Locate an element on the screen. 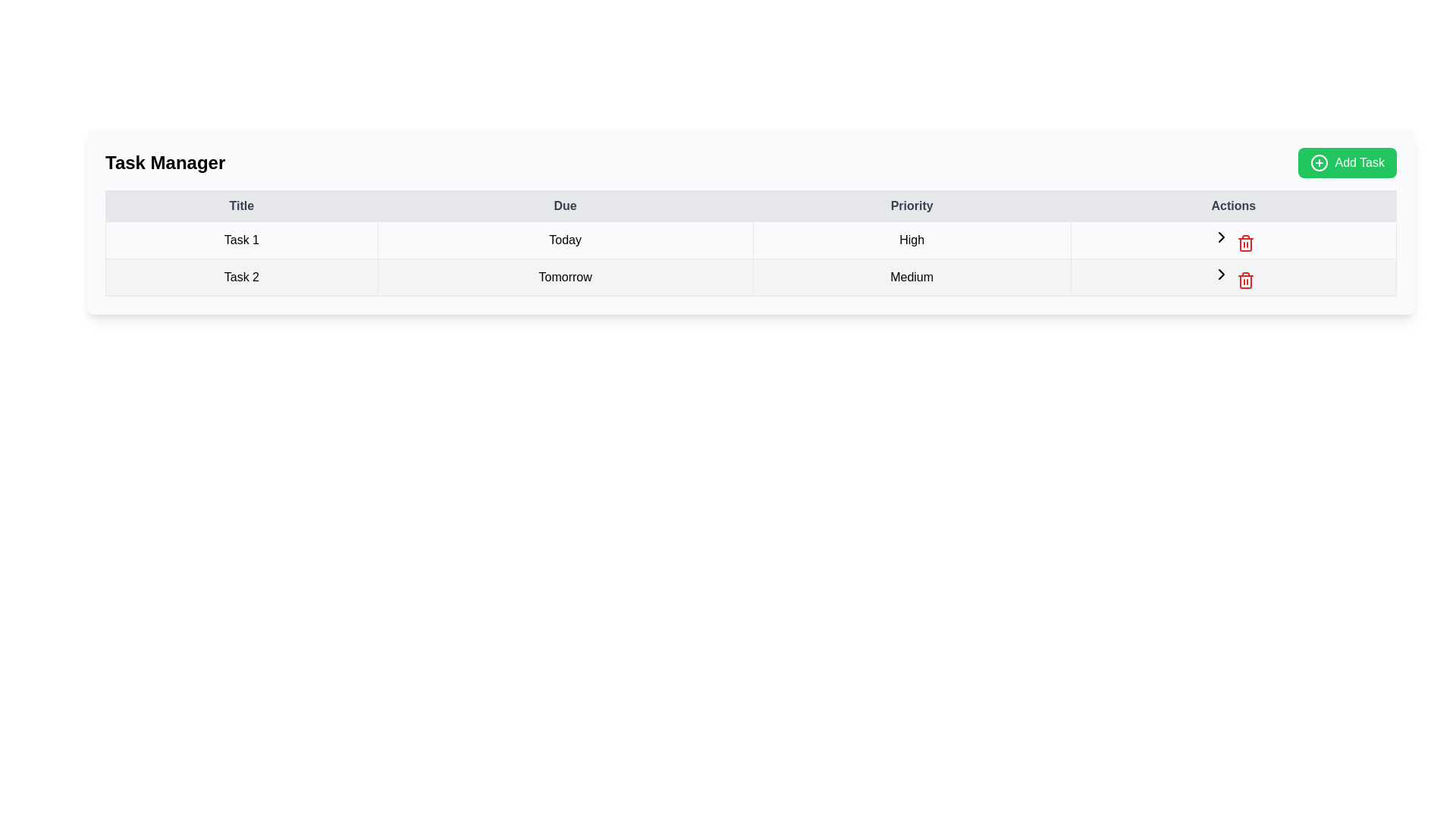 The width and height of the screenshot is (1456, 819). the icon inside the 'Add Task' button located at the top-right corner of the user interface is located at coordinates (1319, 163).